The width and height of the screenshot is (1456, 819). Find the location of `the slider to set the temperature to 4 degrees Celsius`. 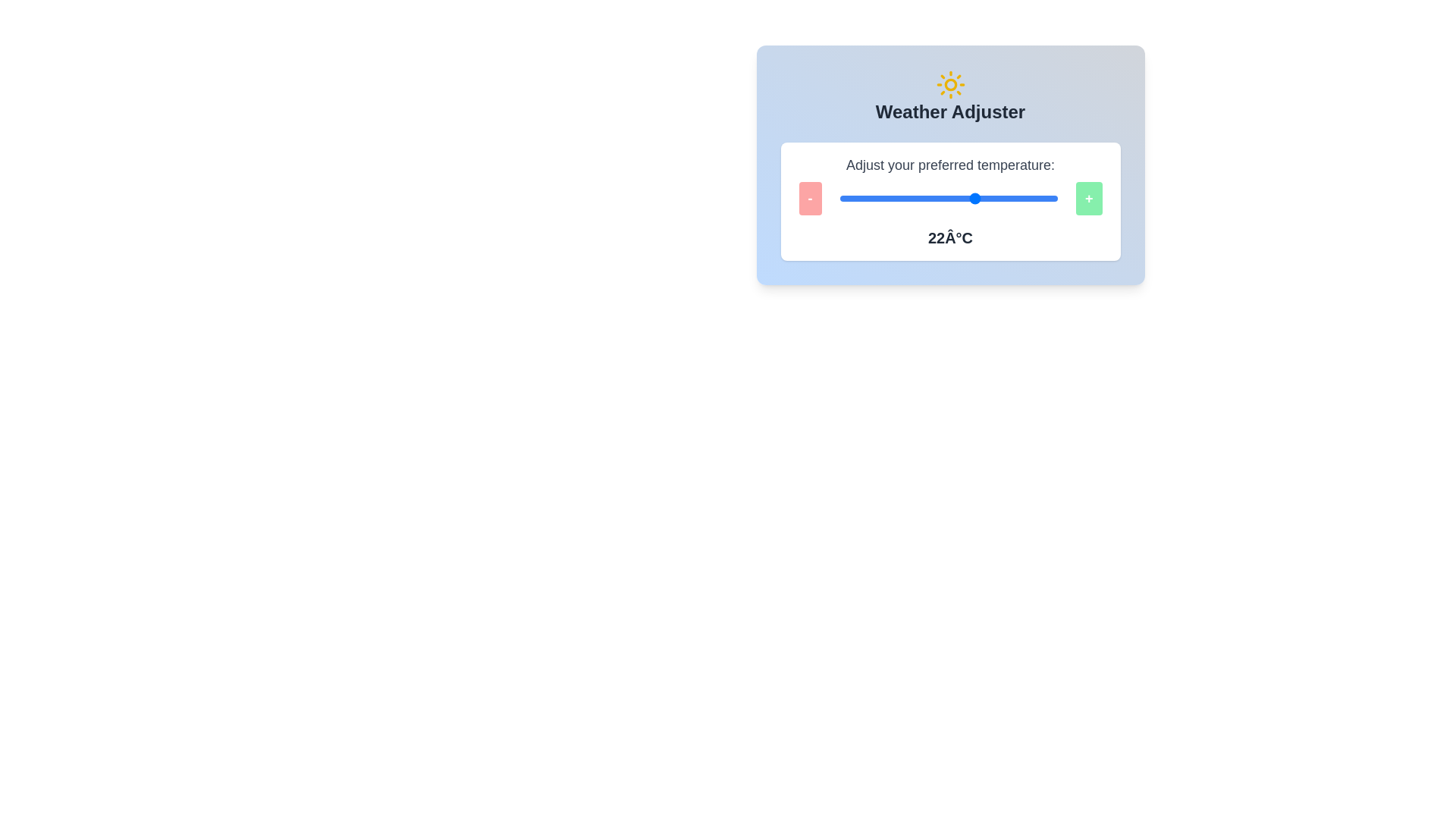

the slider to set the temperature to 4 degrees Celsius is located at coordinates (864, 198).